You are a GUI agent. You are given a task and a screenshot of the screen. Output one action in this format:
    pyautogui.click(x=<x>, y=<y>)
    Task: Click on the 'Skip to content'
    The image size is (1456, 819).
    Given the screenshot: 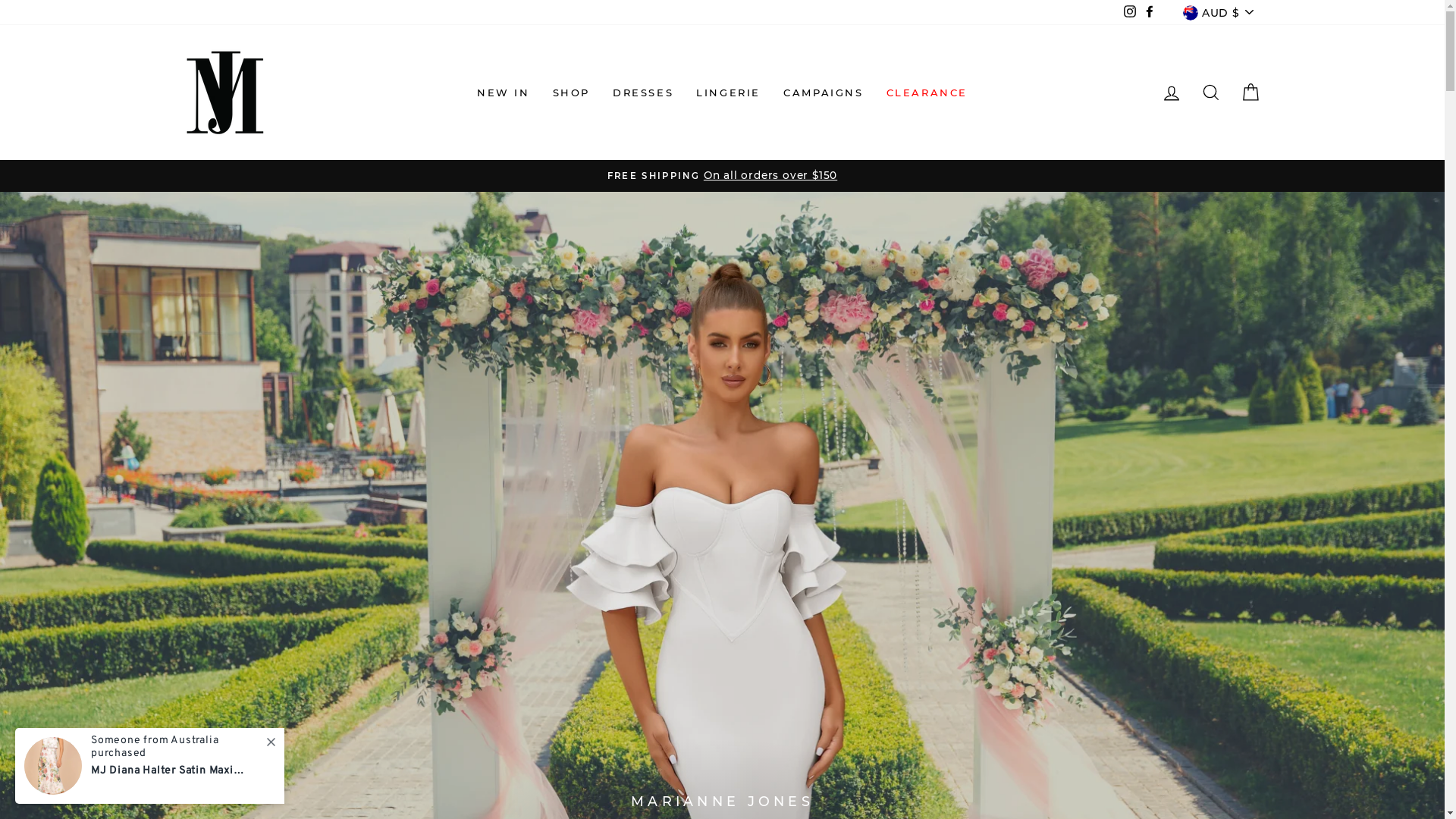 What is the action you would take?
    pyautogui.click(x=0, y=0)
    